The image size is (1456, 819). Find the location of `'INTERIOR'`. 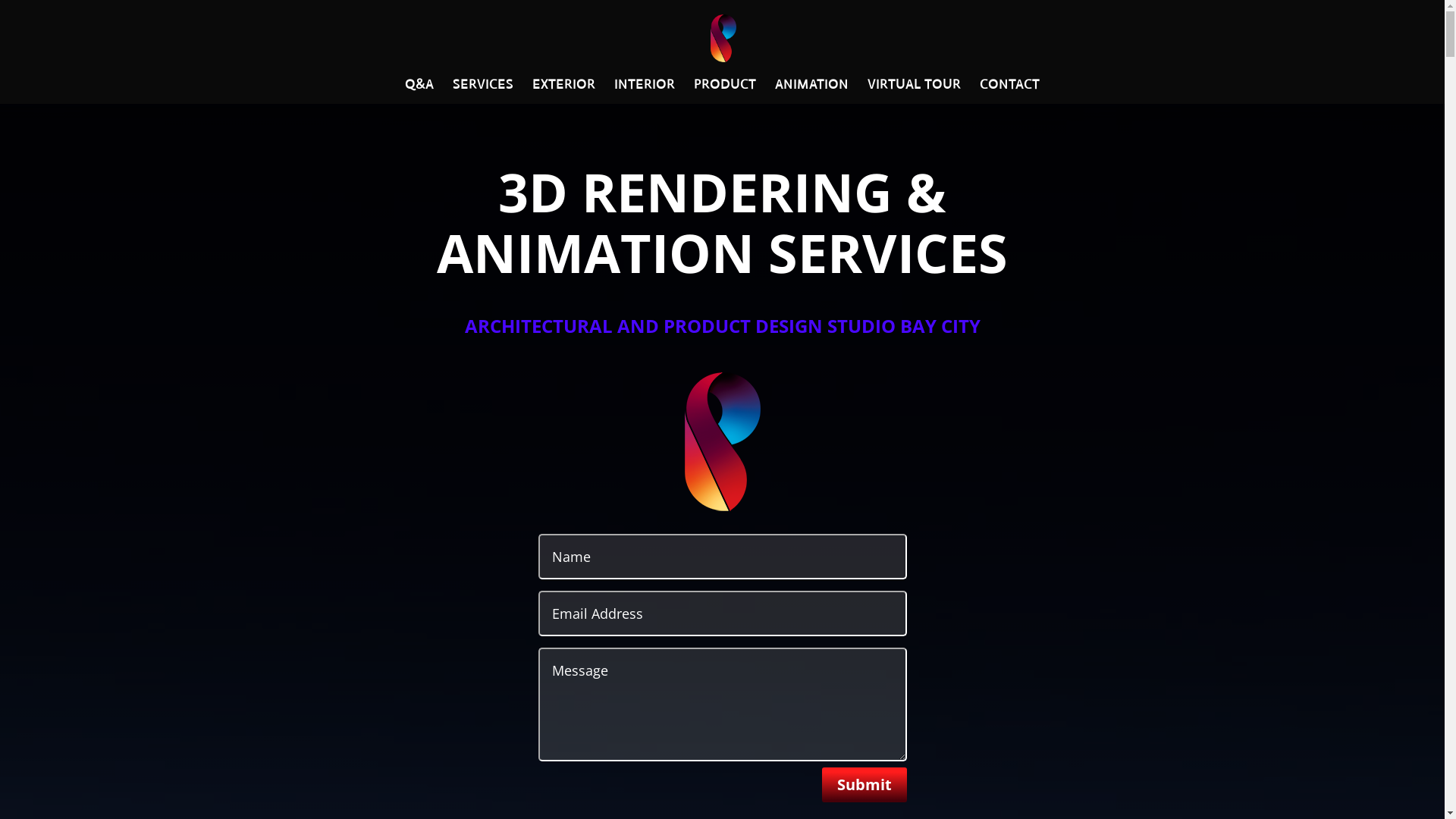

'INTERIOR' is located at coordinates (644, 91).